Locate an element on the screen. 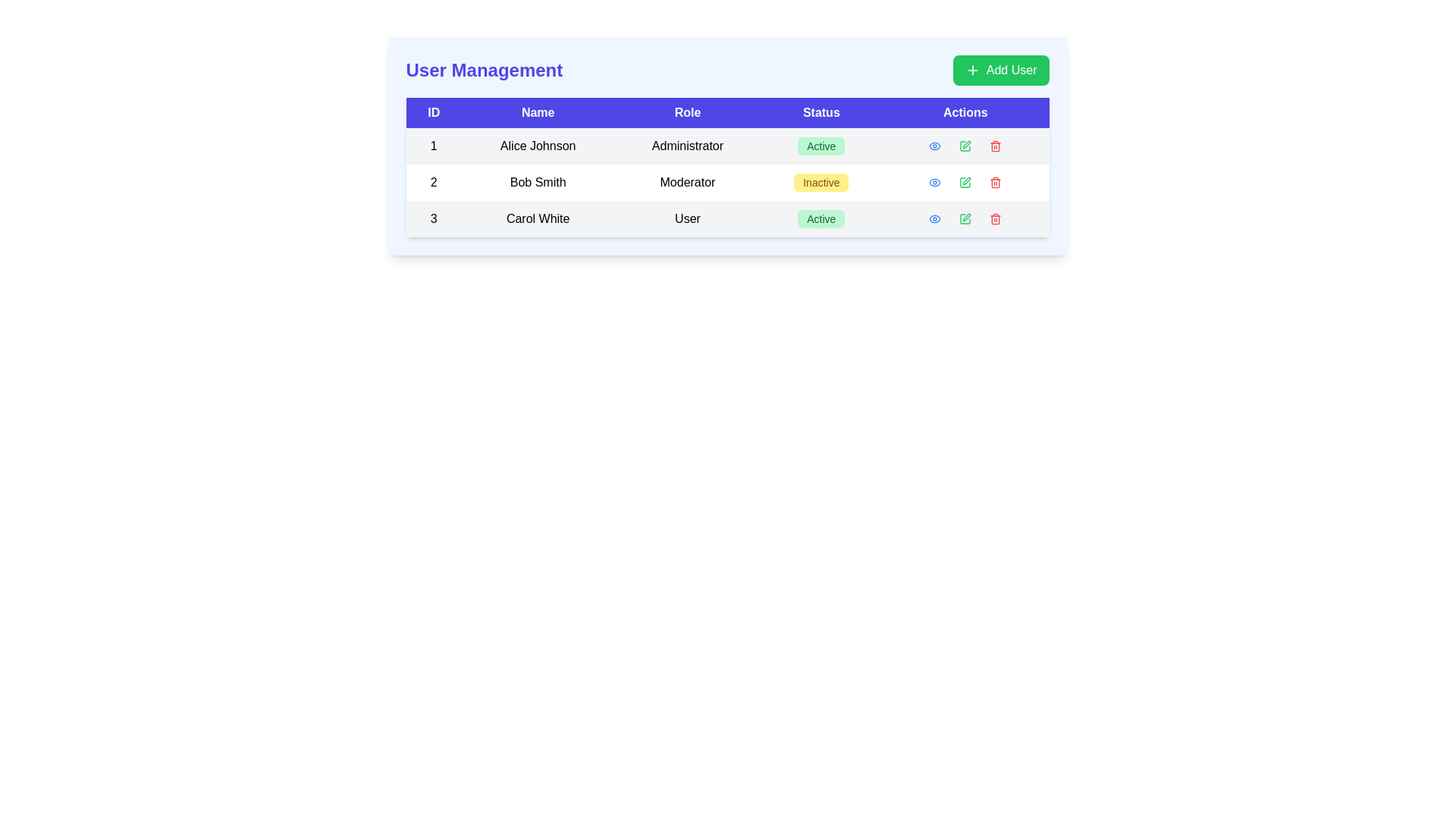  the 'Status' text label, which is a bold font label centered in a blue rectangular section, positioned as the fourth header in a table alongside 'ID', 'Name', 'Role', and 'Actions' is located at coordinates (821, 112).